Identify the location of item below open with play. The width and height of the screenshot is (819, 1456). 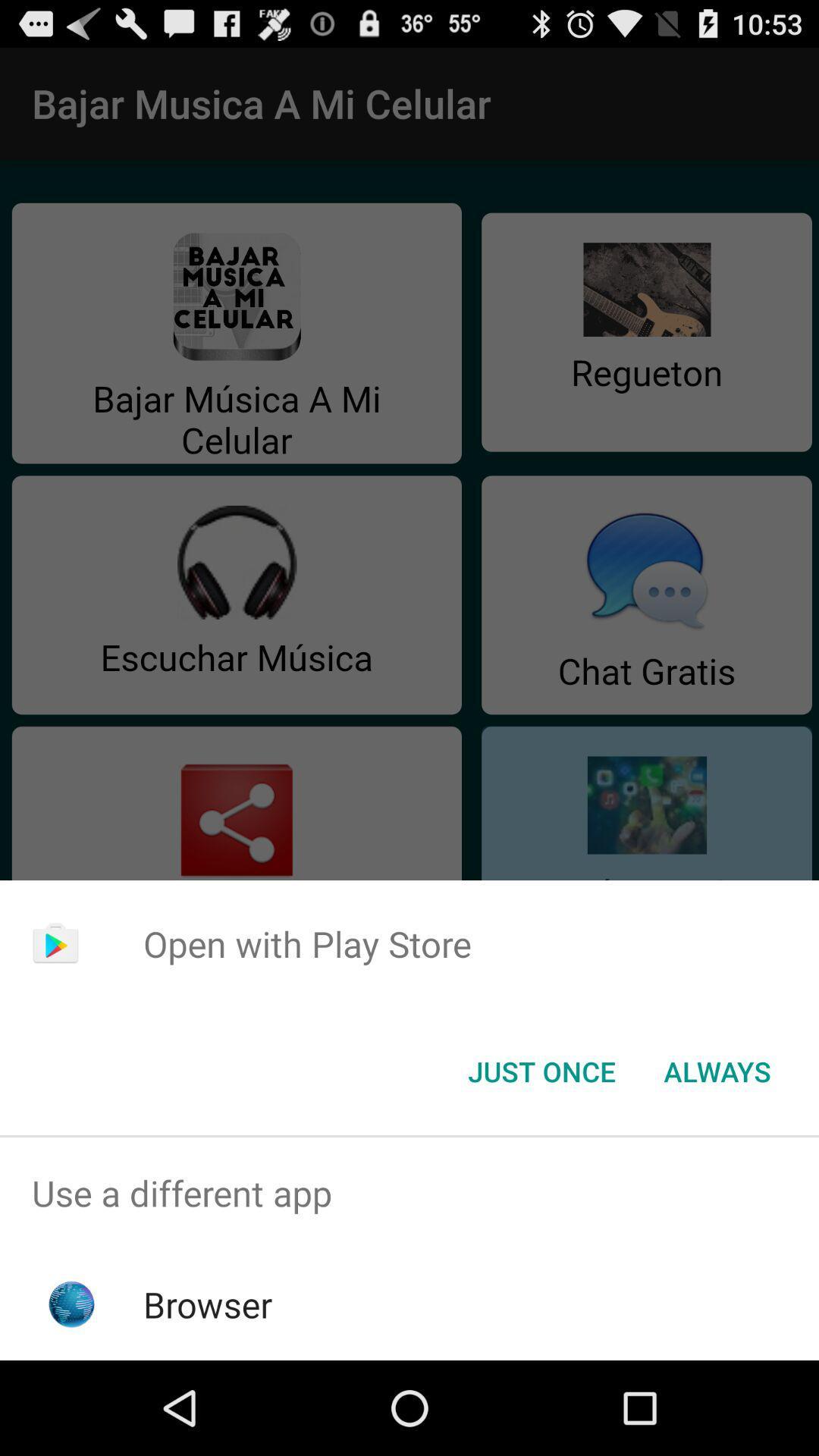
(717, 1070).